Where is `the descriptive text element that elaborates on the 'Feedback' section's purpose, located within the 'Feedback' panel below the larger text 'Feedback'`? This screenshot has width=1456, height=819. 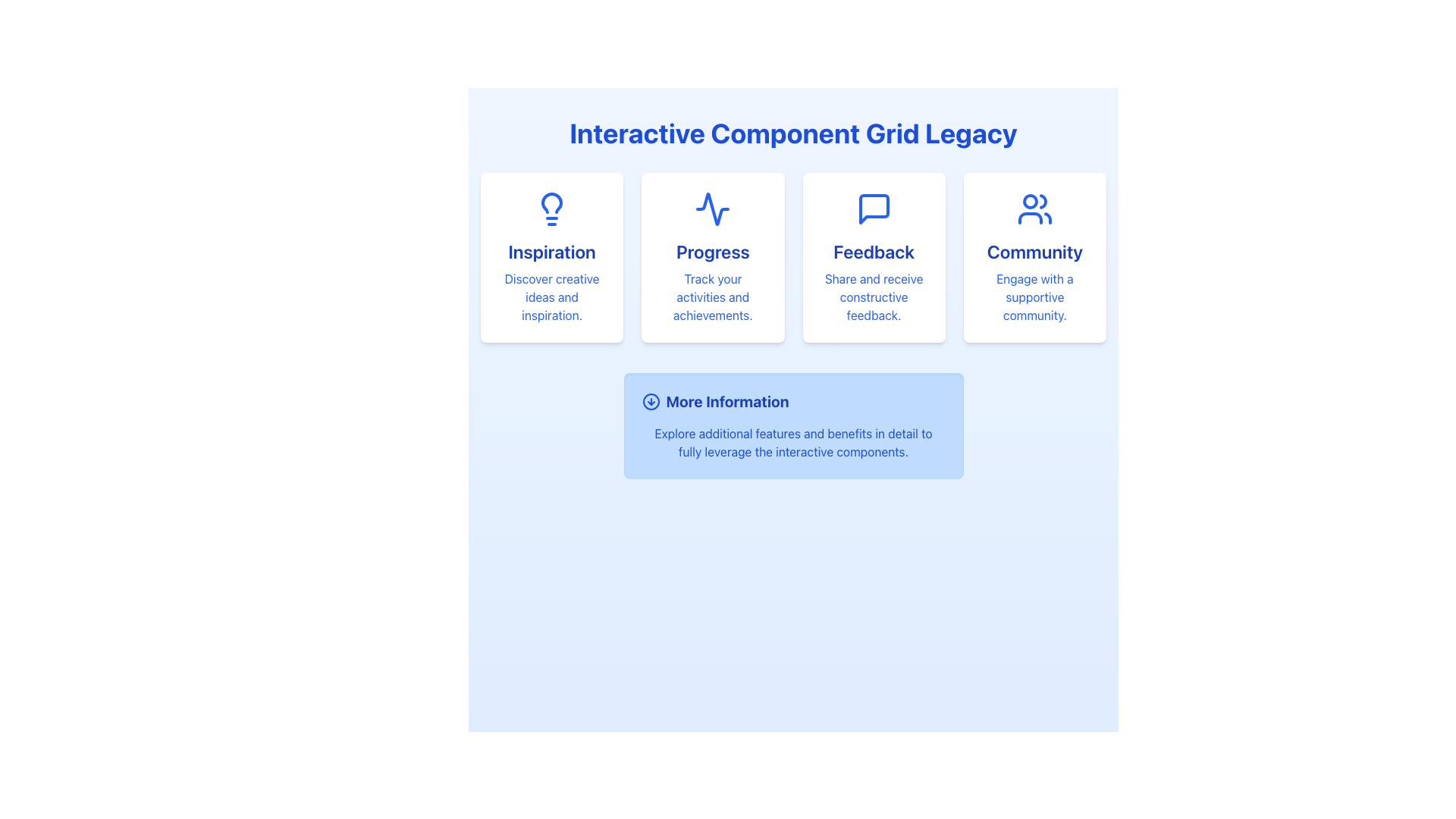
the descriptive text element that elaborates on the 'Feedback' section's purpose, located within the 'Feedback' panel below the larger text 'Feedback' is located at coordinates (874, 297).